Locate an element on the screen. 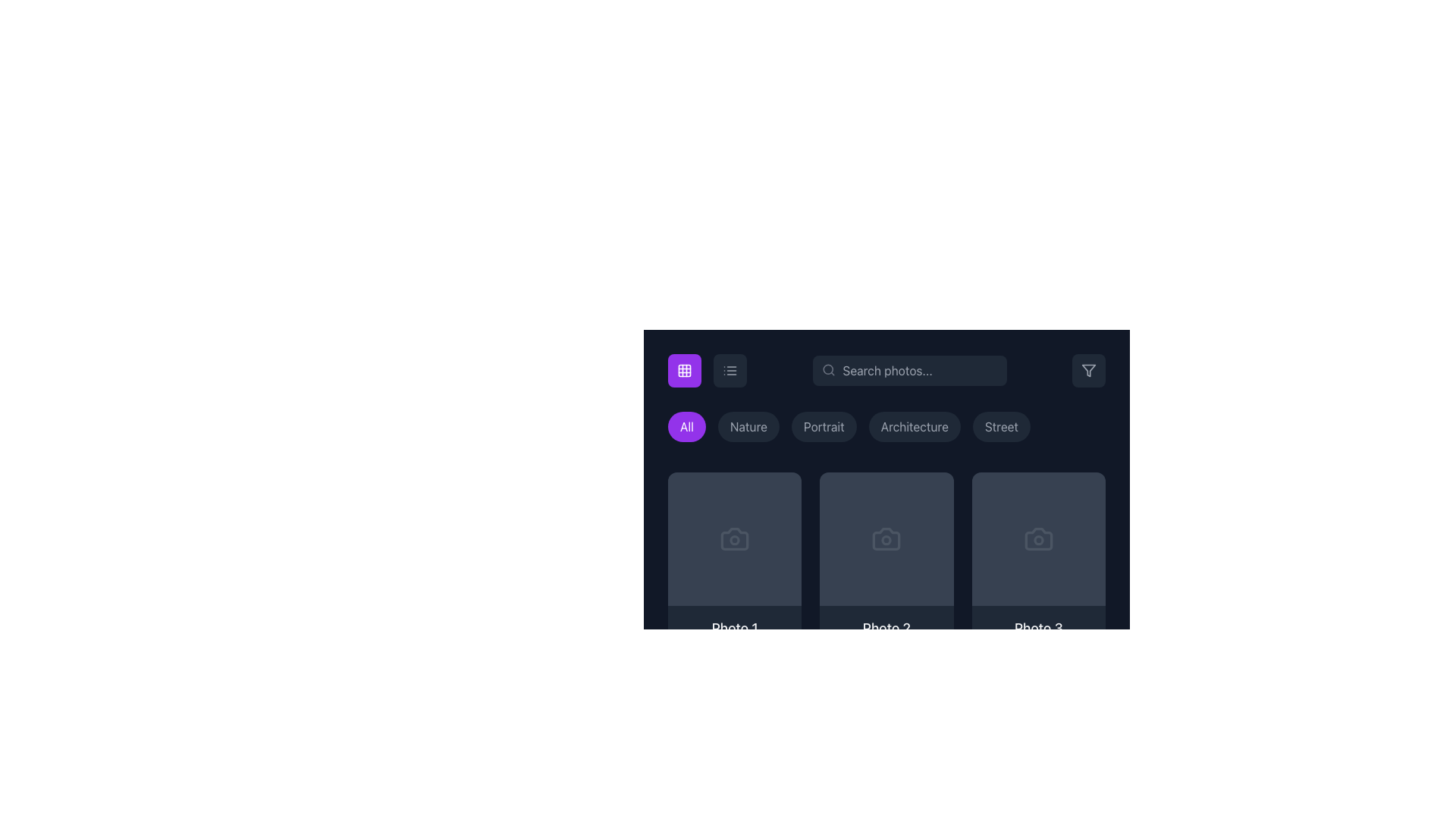 This screenshot has height=819, width=1456. the filter button labeled 'Street' to filter the displayed content accordingly is located at coordinates (1001, 427).